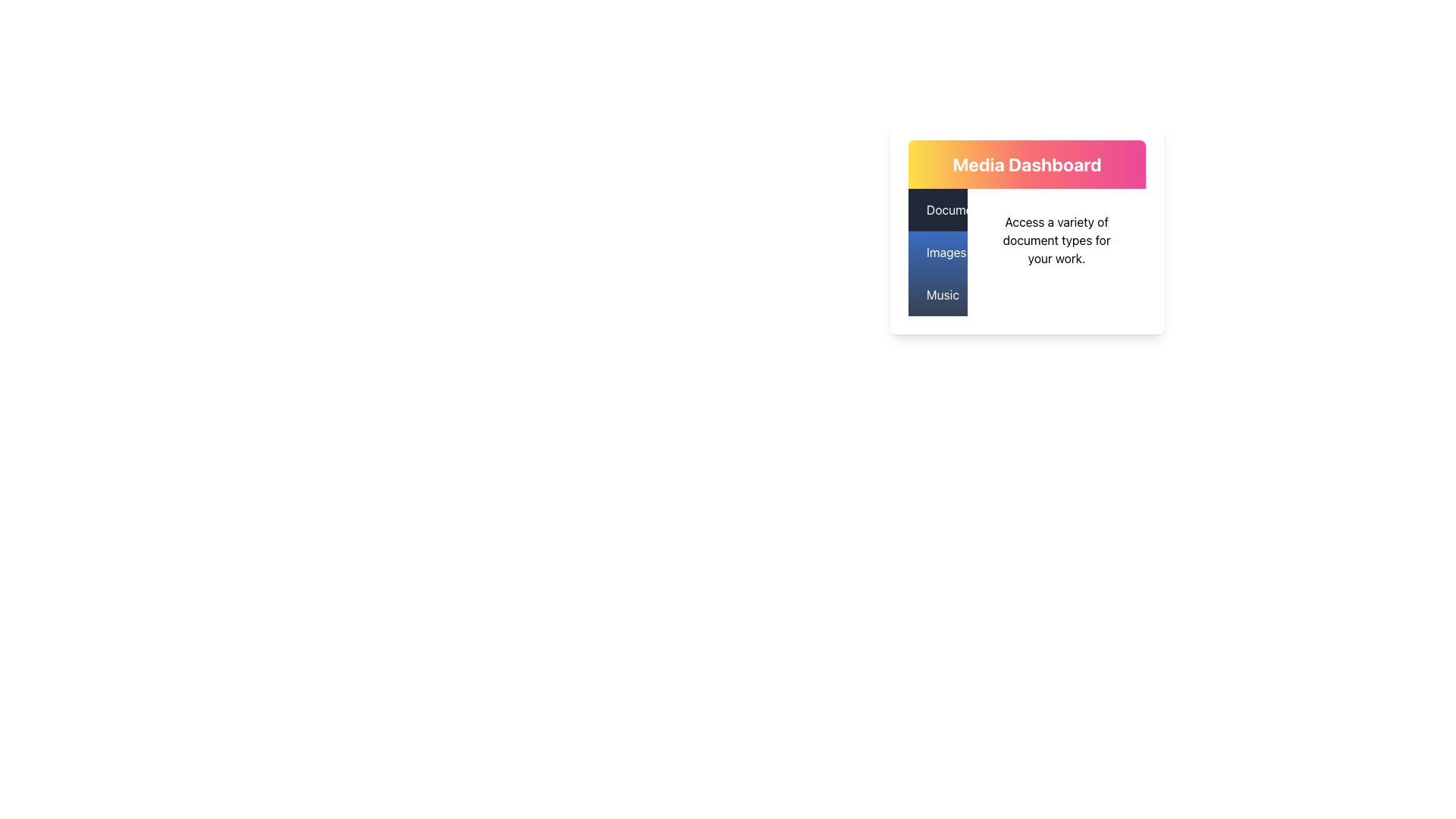  Describe the element at coordinates (957, 210) in the screenshot. I see `the 'Documents' text label in the vertical navigation menu` at that location.